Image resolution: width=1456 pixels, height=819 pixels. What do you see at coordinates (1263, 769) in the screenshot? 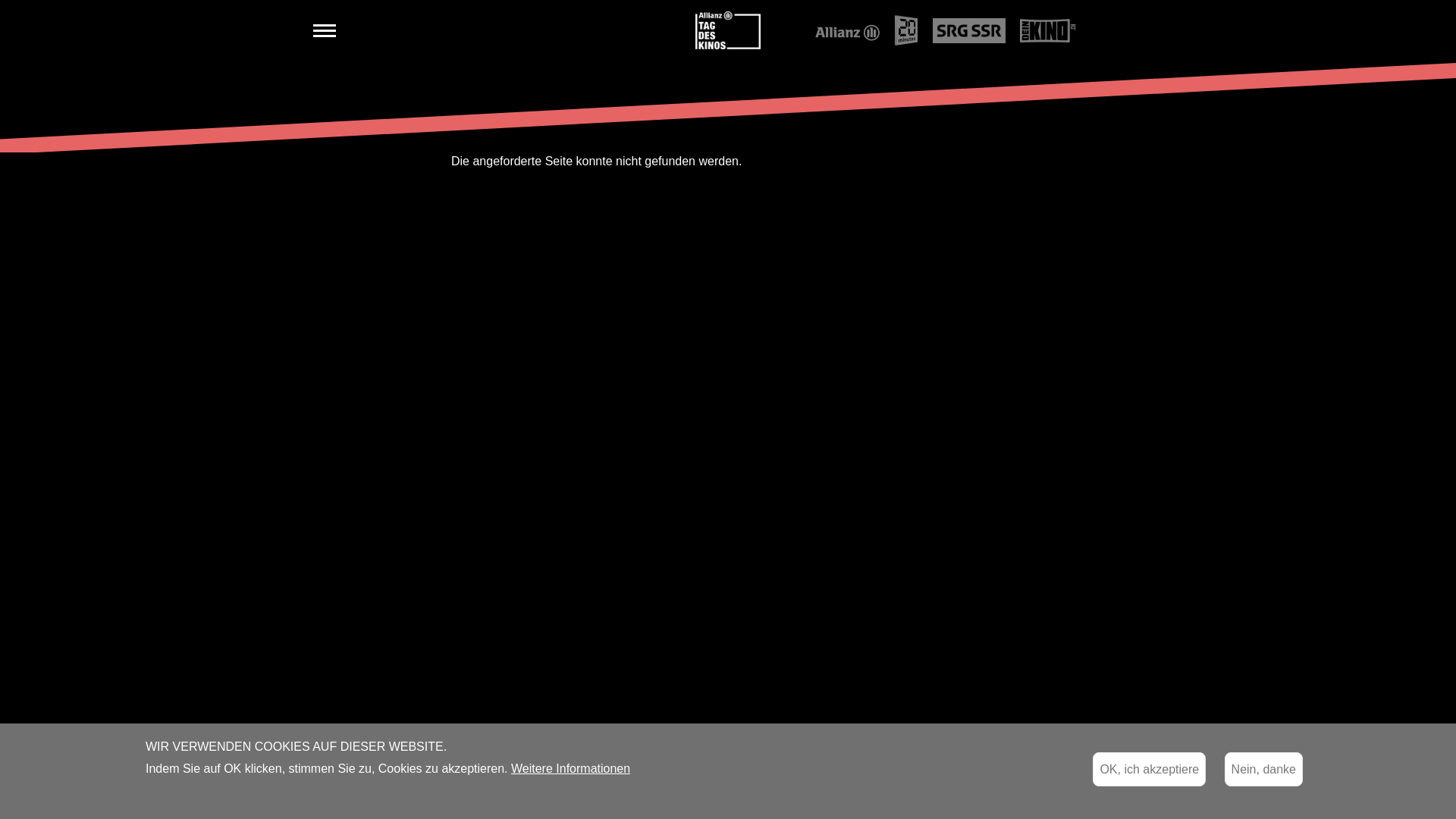
I see `'Nein, danke'` at bounding box center [1263, 769].